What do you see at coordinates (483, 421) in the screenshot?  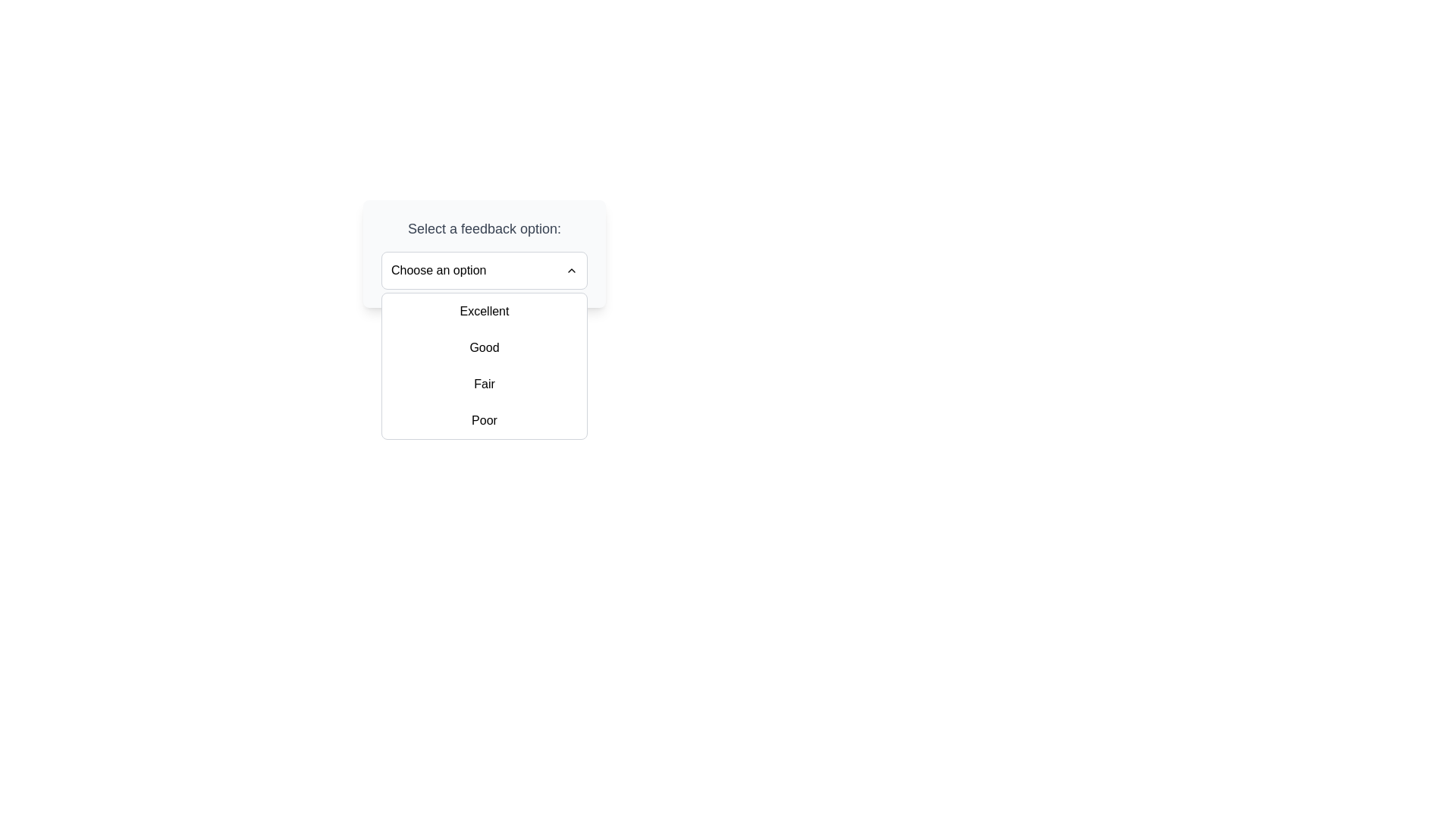 I see `the text label displaying 'Poor' in the dropdown menu` at bounding box center [483, 421].